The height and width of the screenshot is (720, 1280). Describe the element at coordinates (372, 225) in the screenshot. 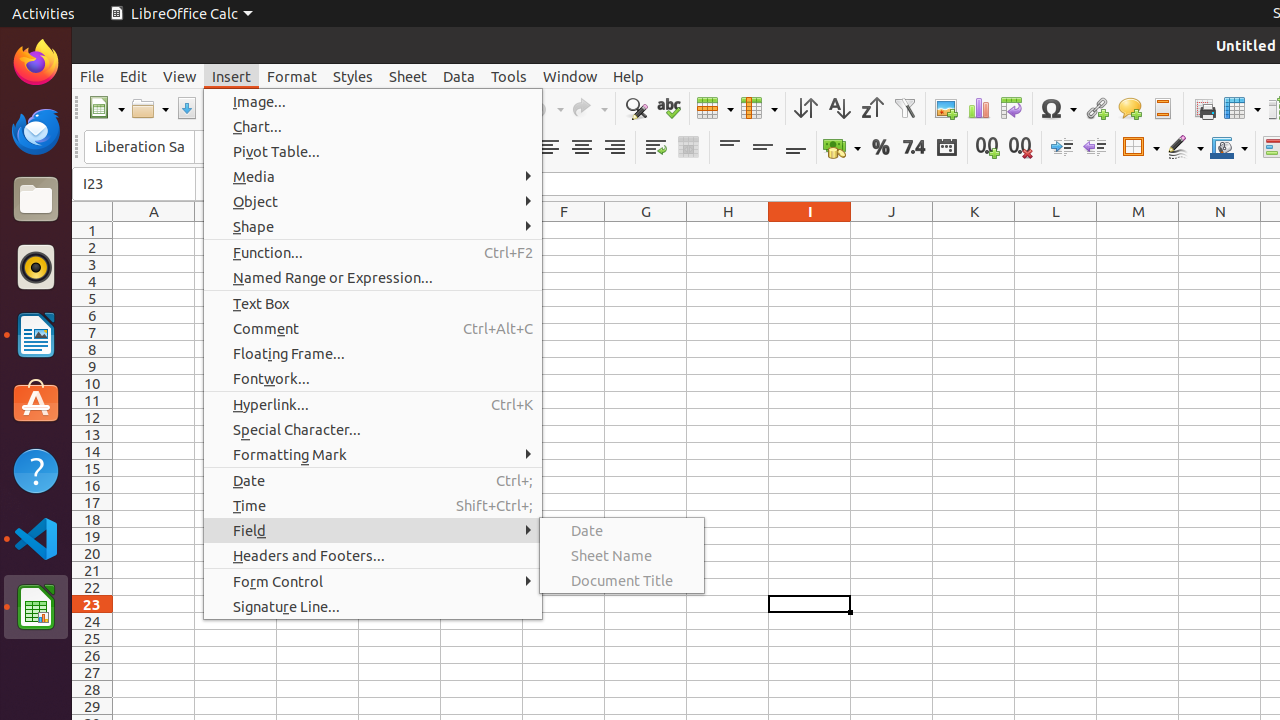

I see `'Shape'` at that location.